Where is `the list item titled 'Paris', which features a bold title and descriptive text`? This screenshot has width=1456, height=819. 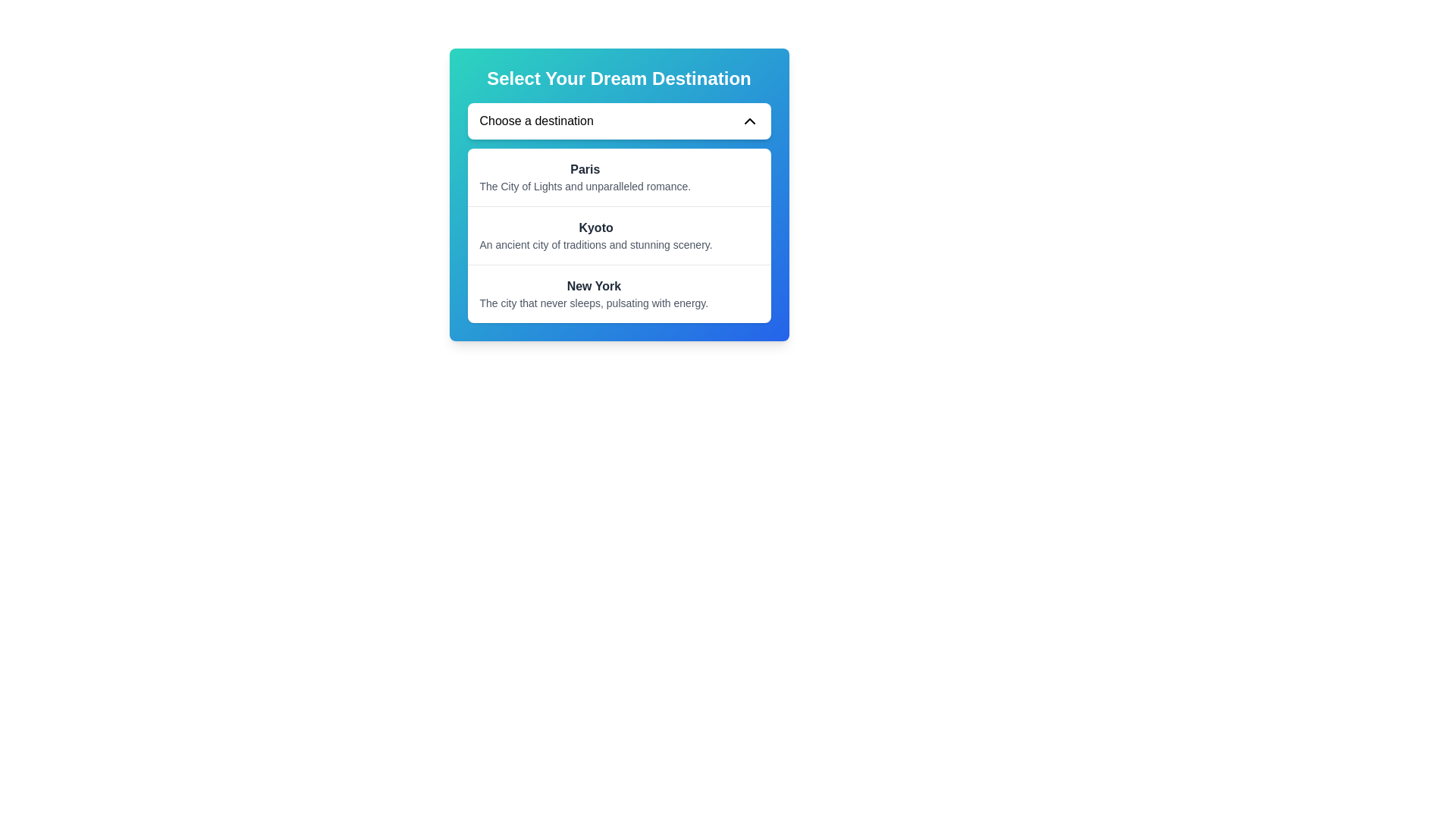 the list item titled 'Paris', which features a bold title and descriptive text is located at coordinates (619, 177).